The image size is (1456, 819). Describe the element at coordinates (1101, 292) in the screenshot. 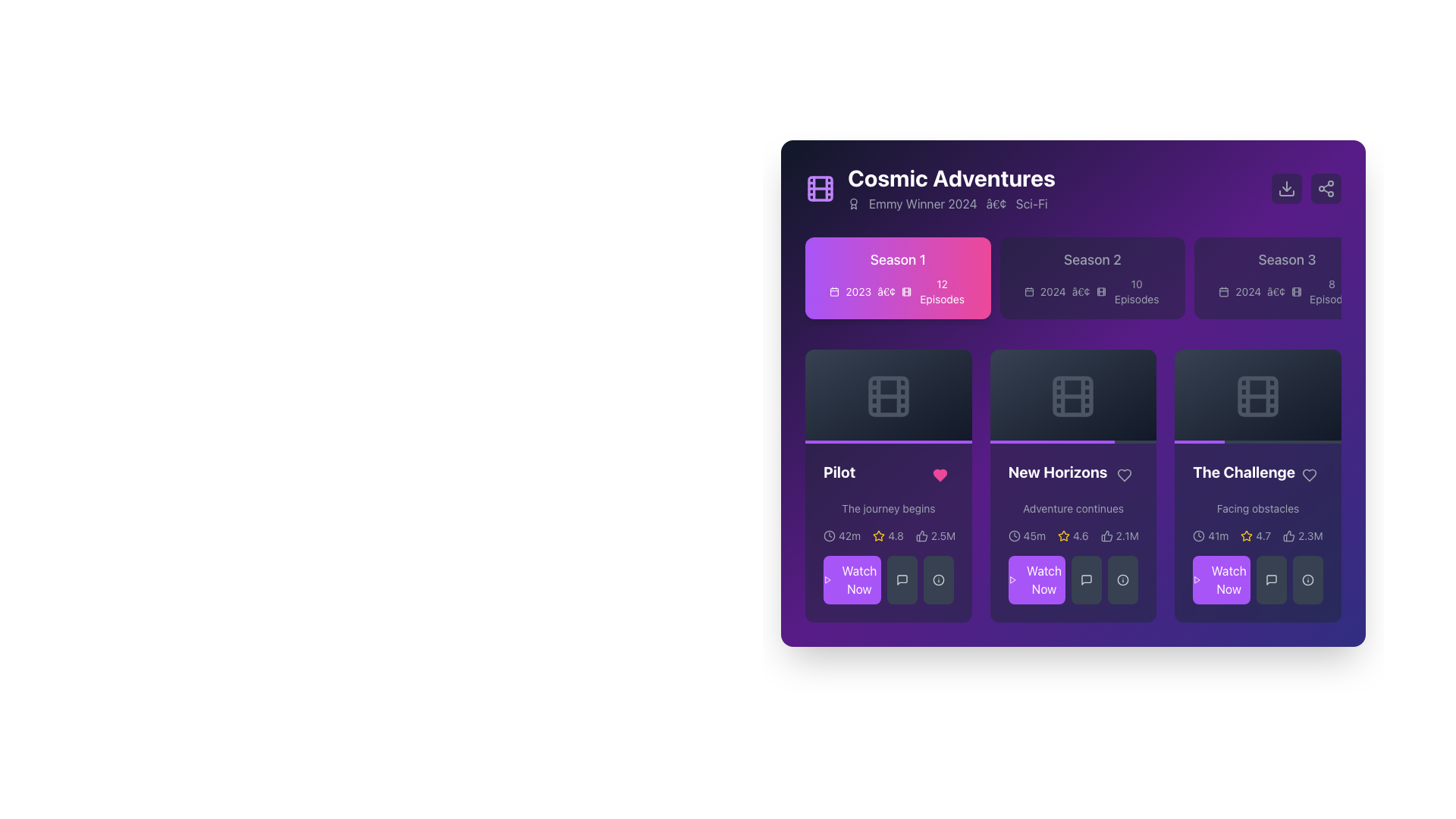

I see `the Decorative SVG element that visually represents a film reel icon, located at the center of a button adjacent to the title 'Cosmic Adventures' in the top-left corner of the interface` at that location.